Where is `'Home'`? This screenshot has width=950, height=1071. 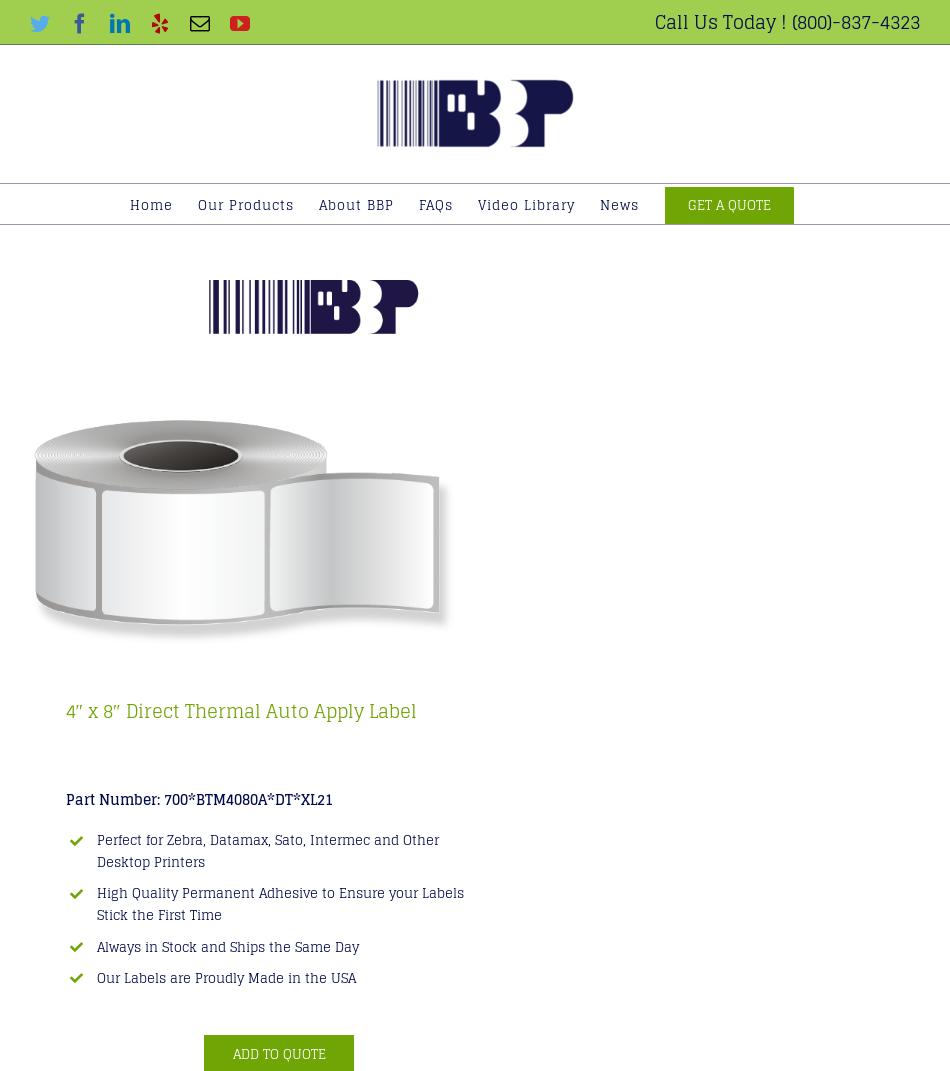
'Home' is located at coordinates (151, 204).